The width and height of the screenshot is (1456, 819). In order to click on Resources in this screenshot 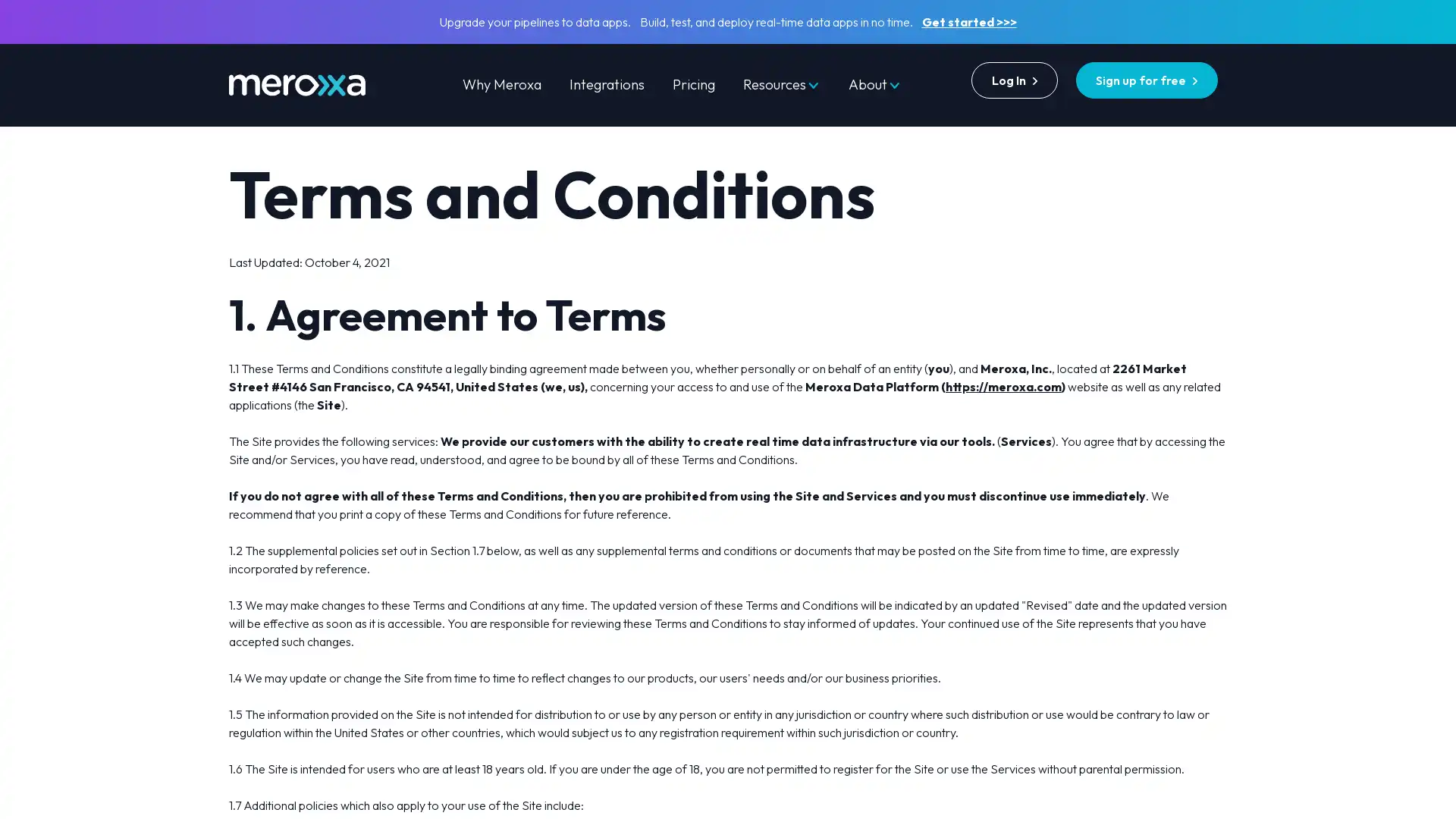, I will do `click(781, 84)`.